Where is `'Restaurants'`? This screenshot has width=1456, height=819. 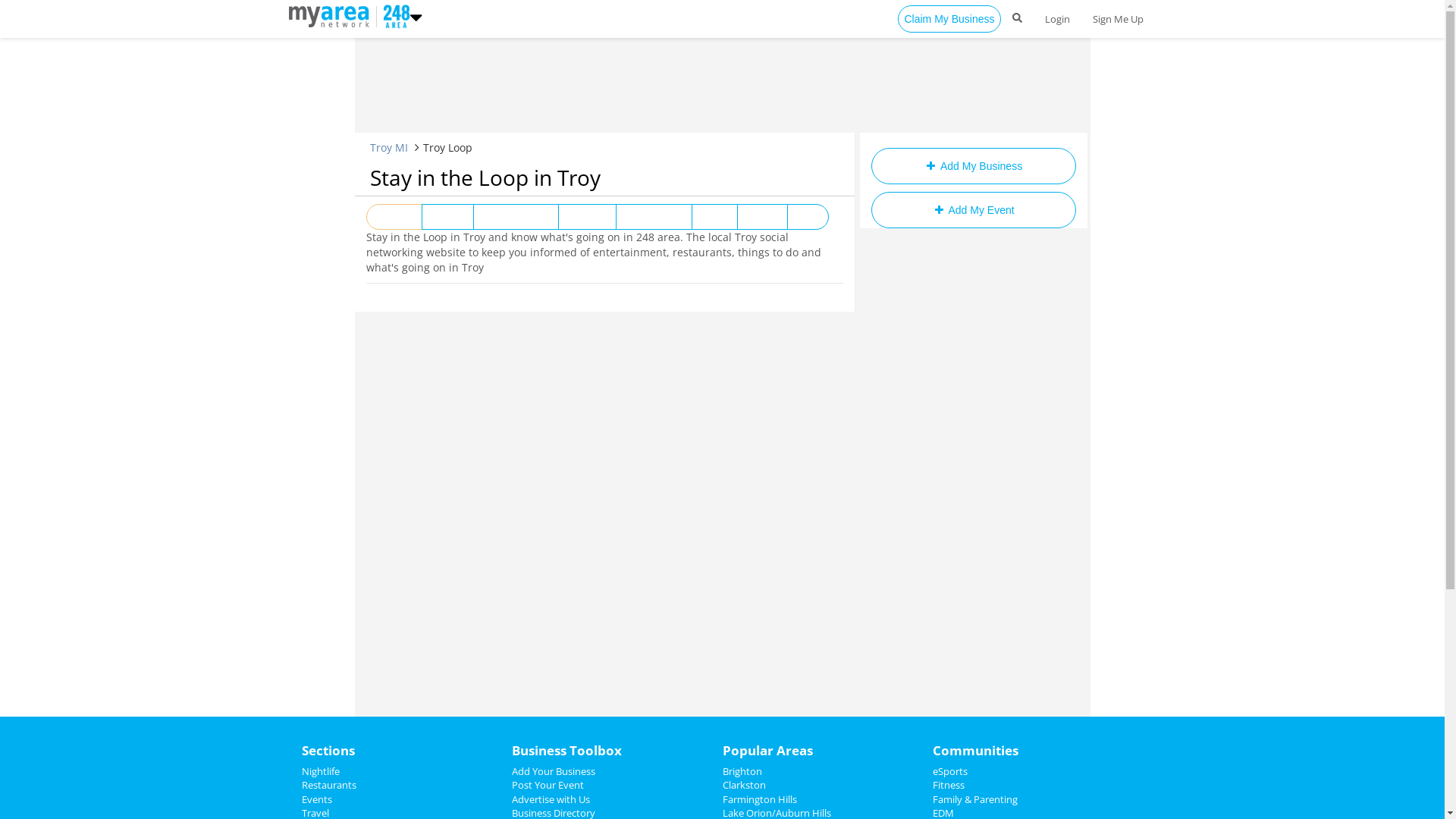
'Restaurants' is located at coordinates (328, 784).